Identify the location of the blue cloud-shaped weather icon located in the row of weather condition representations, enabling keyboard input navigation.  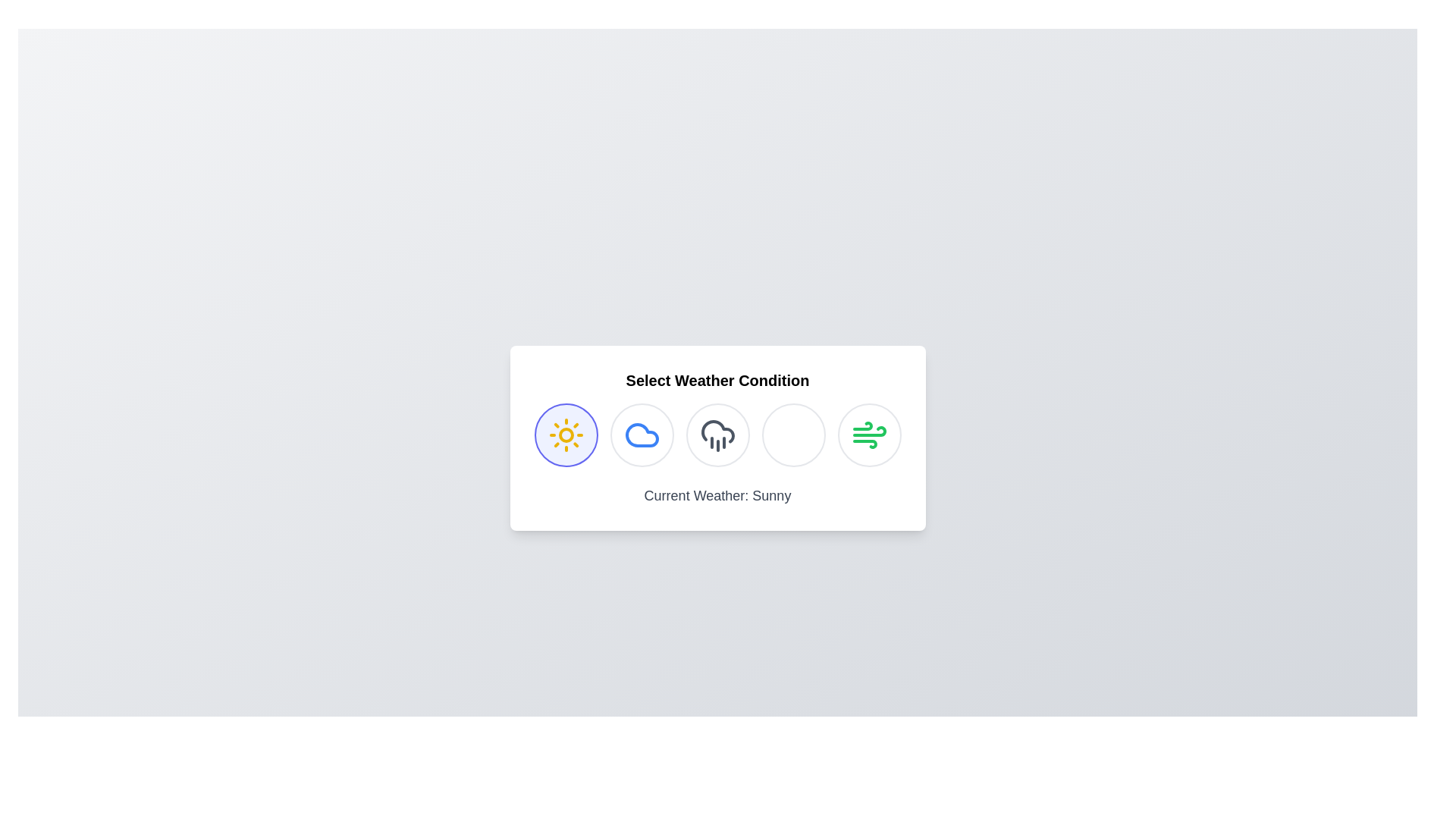
(642, 435).